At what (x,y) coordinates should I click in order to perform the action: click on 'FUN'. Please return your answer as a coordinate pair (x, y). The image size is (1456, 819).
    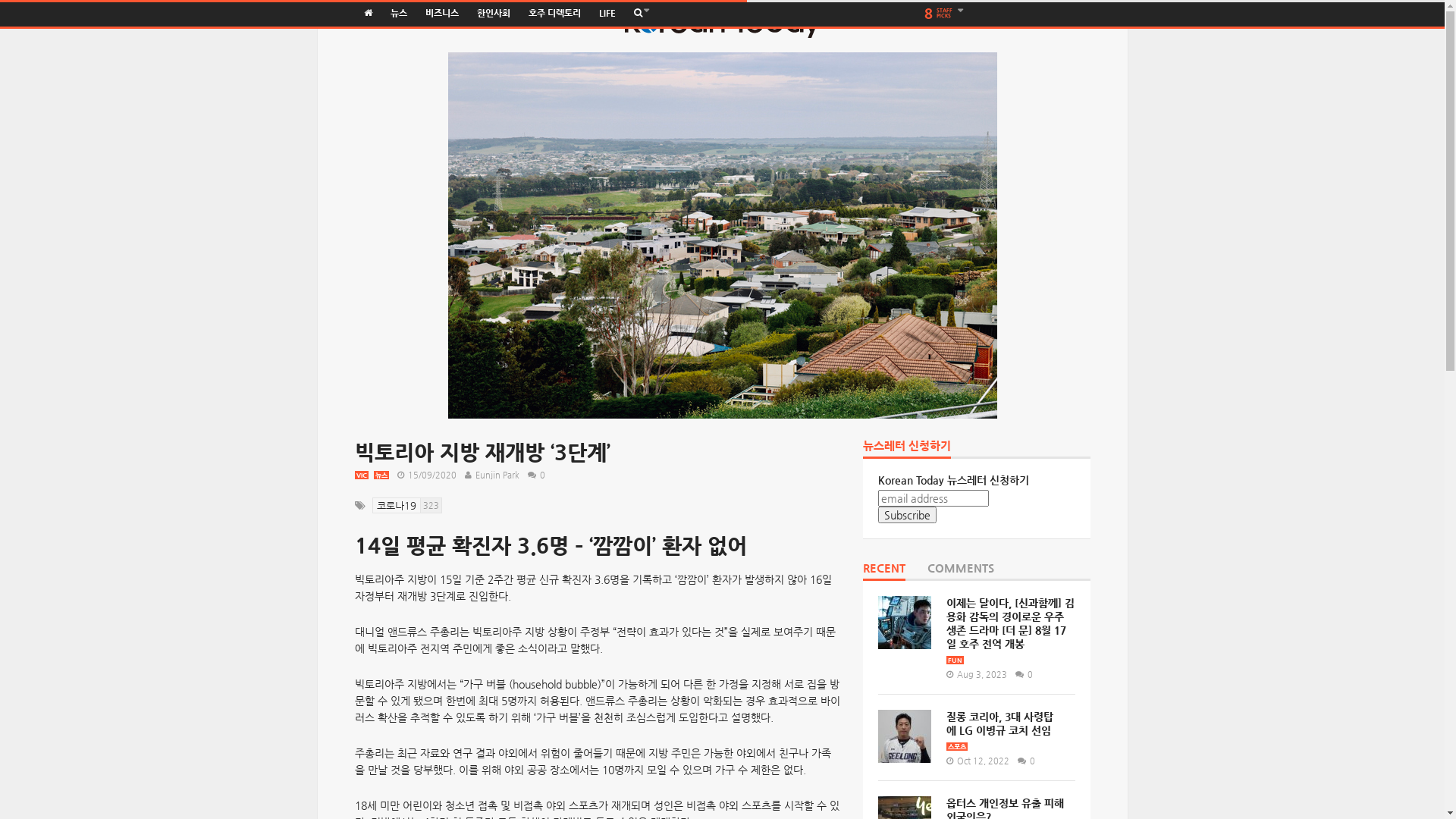
    Looking at the image, I should click on (954, 659).